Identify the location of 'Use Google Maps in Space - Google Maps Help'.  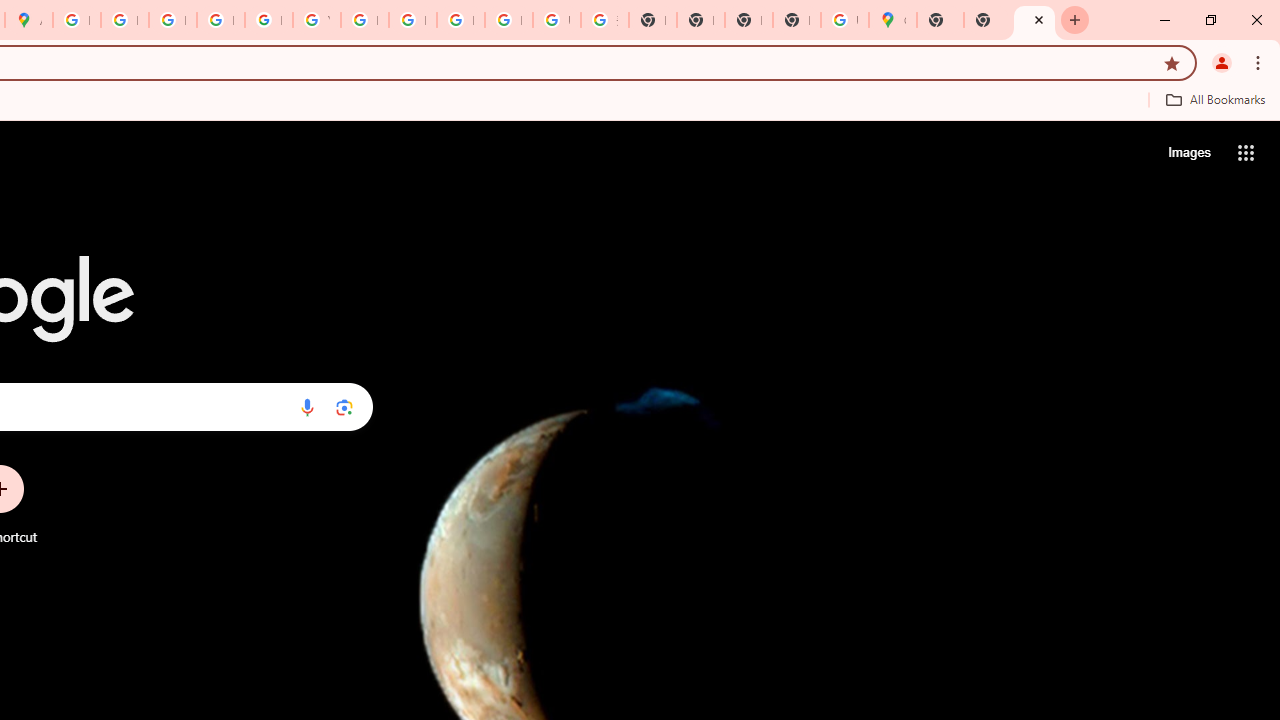
(844, 20).